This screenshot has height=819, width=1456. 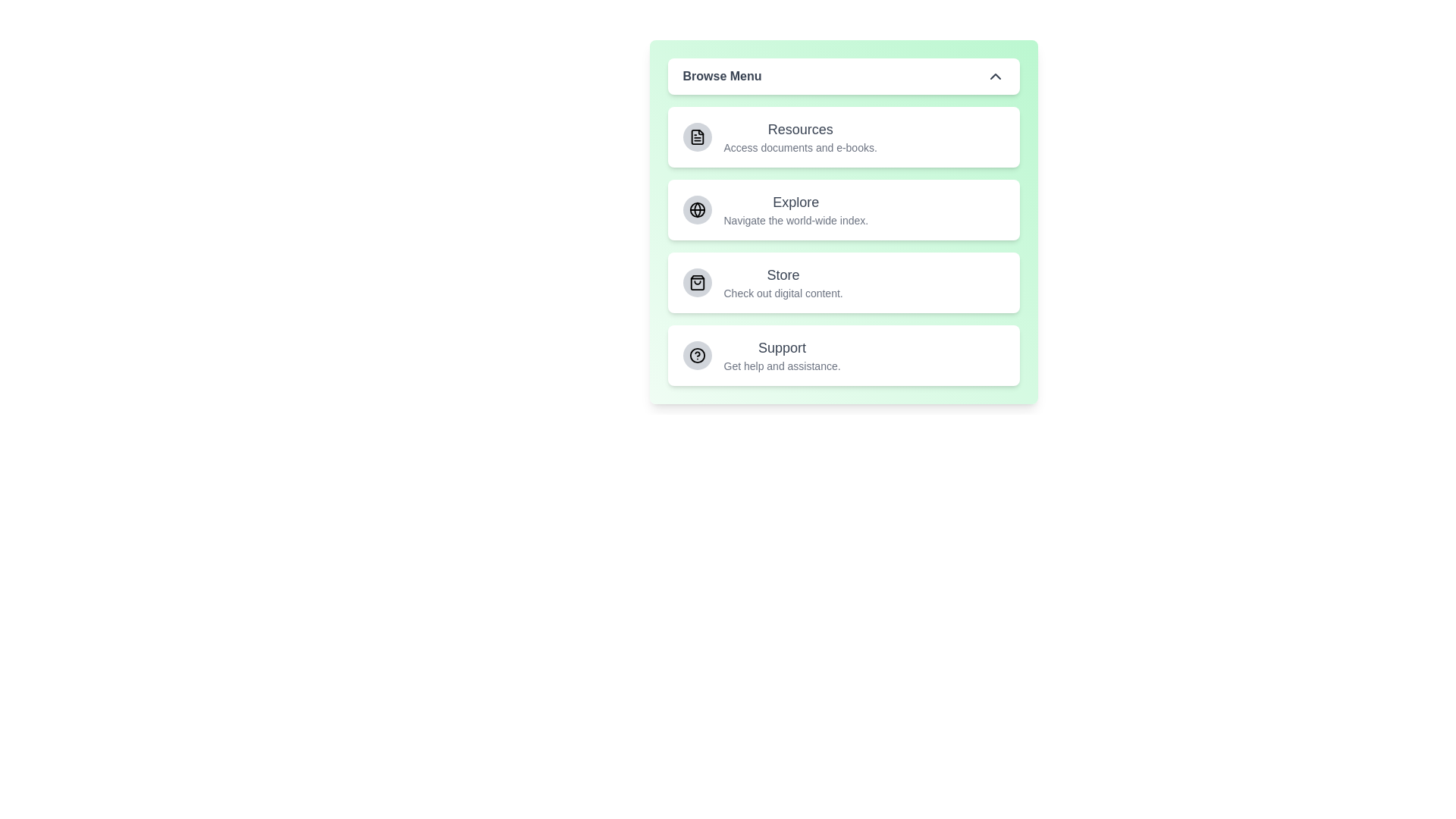 What do you see at coordinates (696, 137) in the screenshot?
I see `the icon of the menu item Resources to analyze it` at bounding box center [696, 137].